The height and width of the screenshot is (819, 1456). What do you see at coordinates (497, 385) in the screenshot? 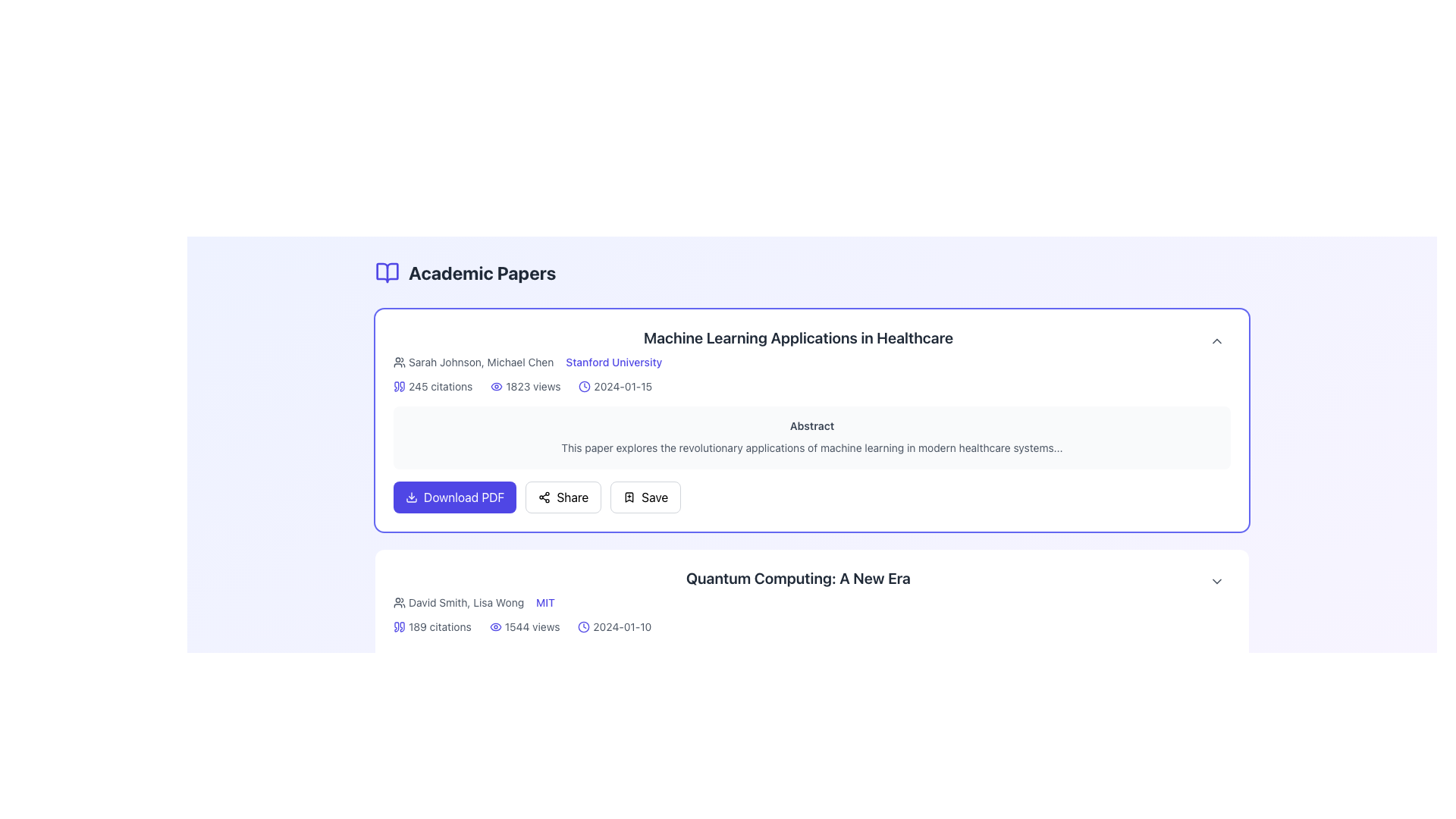
I see `the elliptical component of the eye icon located at the right-hand side of the row for 'Machine Learning Applications in Healthcare'` at bounding box center [497, 385].